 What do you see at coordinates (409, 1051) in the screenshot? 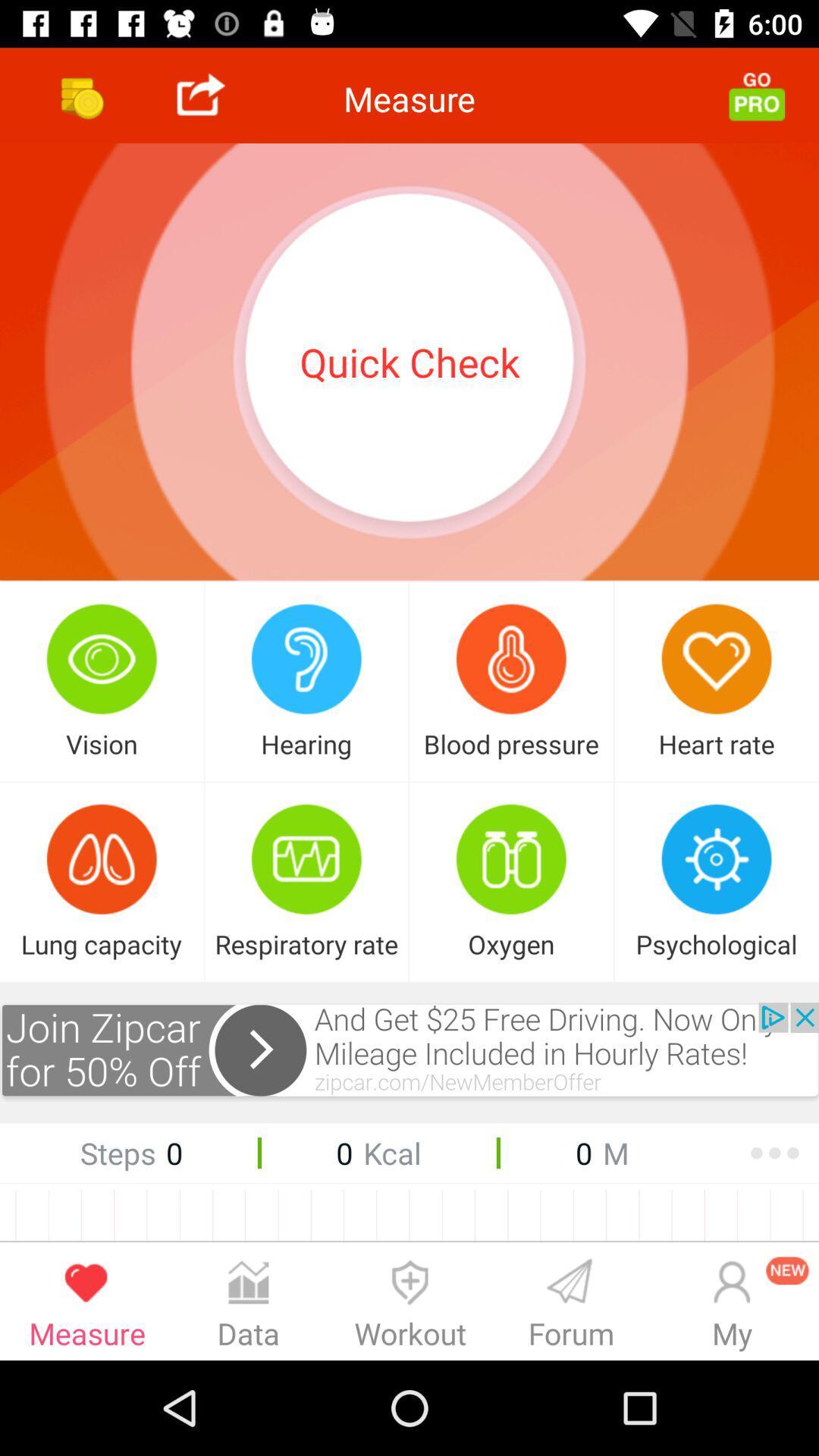
I see `advertisement banner` at bounding box center [409, 1051].